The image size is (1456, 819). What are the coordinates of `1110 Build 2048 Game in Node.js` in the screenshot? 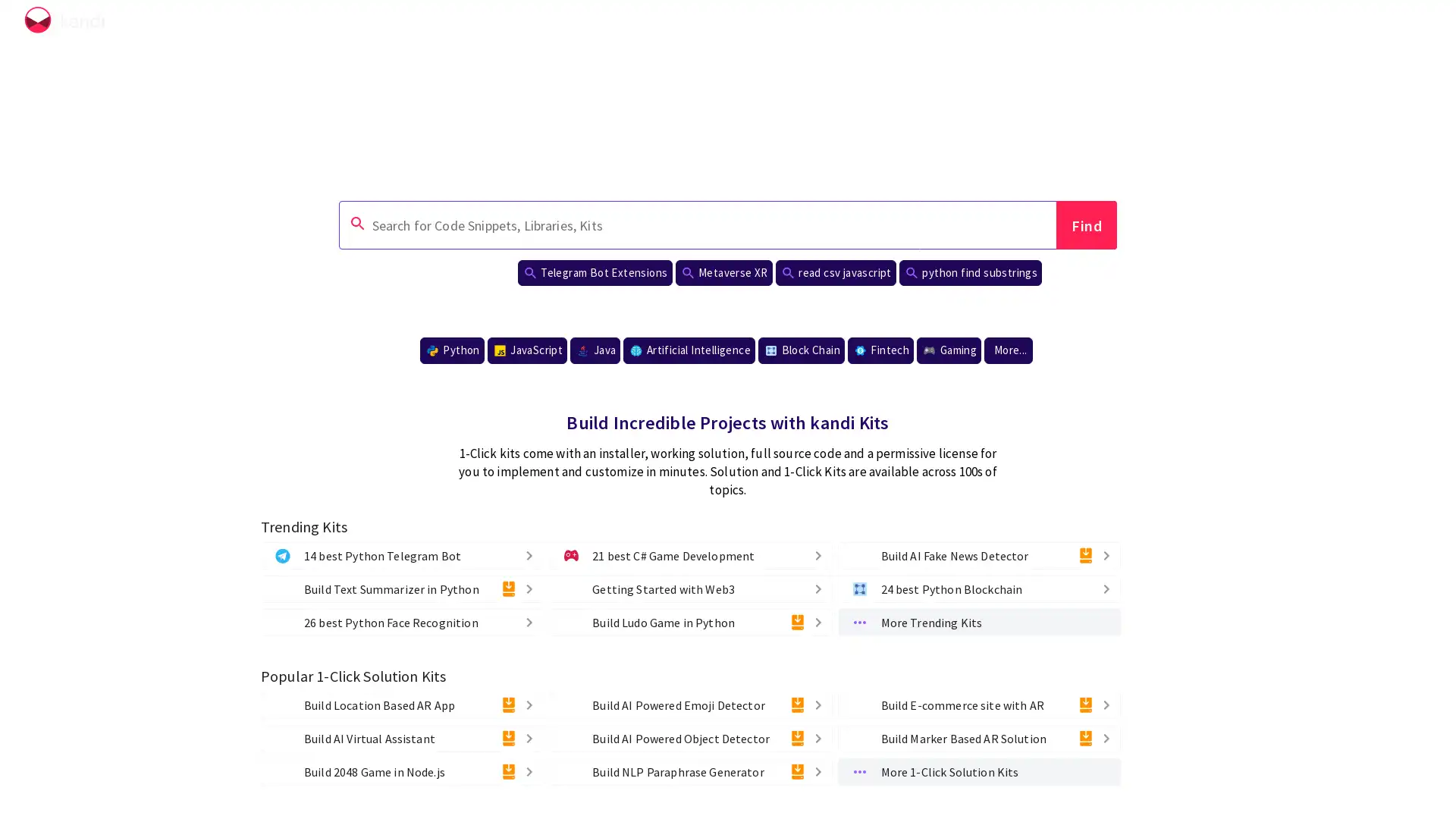 It's located at (402, 771).